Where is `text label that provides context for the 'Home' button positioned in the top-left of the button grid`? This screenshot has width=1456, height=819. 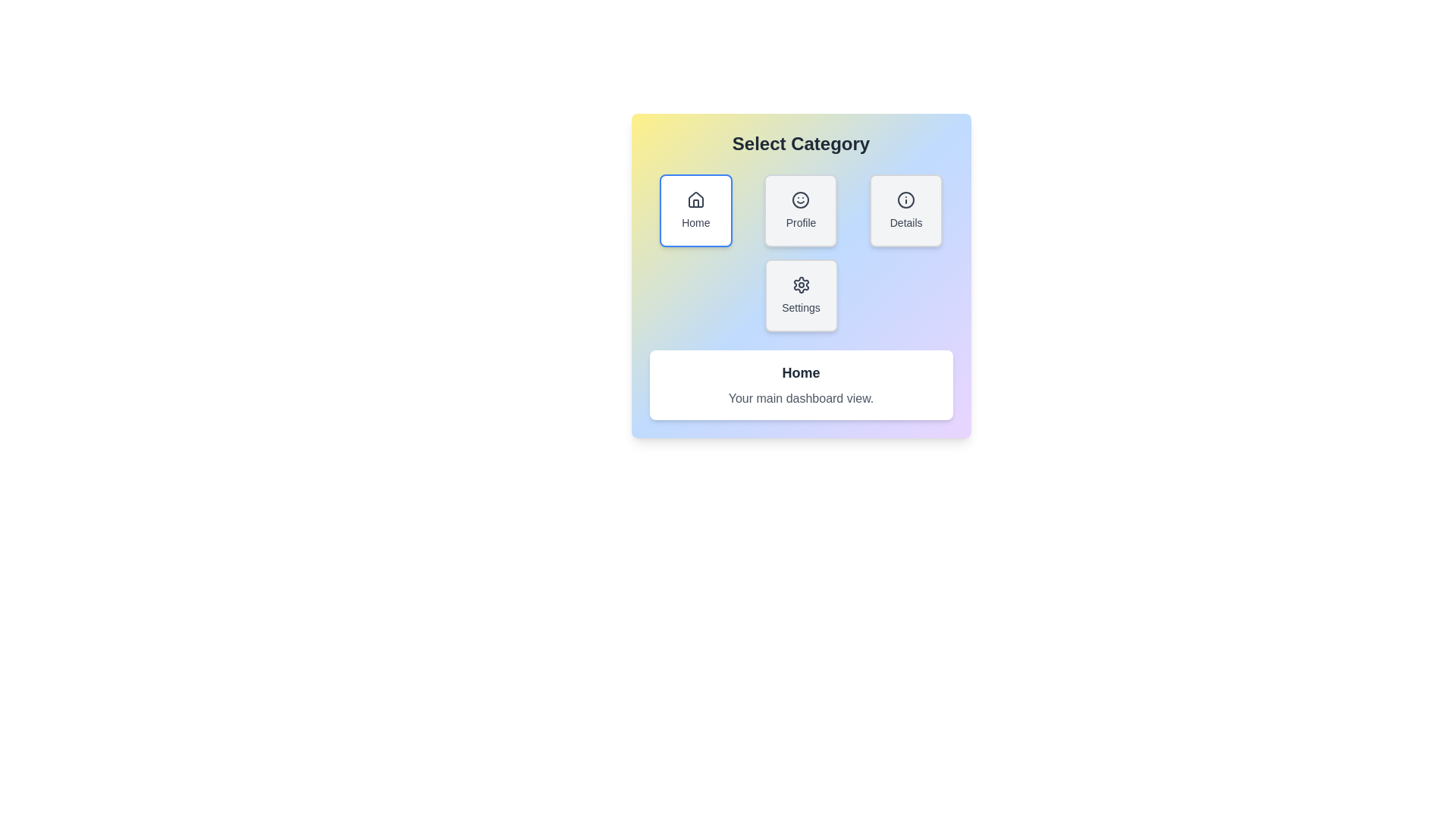
text label that provides context for the 'Home' button positioned in the top-left of the button grid is located at coordinates (695, 222).